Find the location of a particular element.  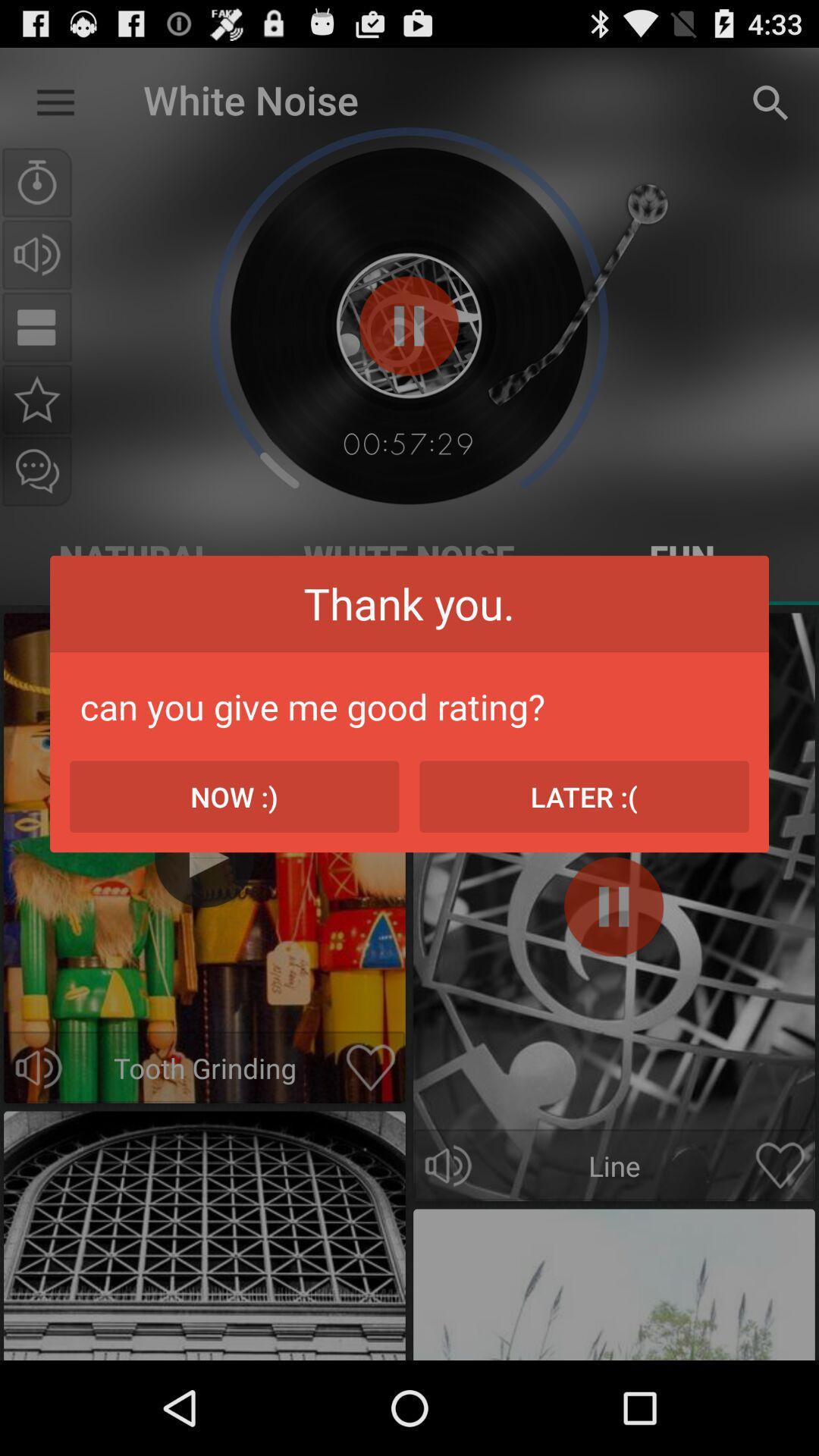

the icon on the right is located at coordinates (583, 795).